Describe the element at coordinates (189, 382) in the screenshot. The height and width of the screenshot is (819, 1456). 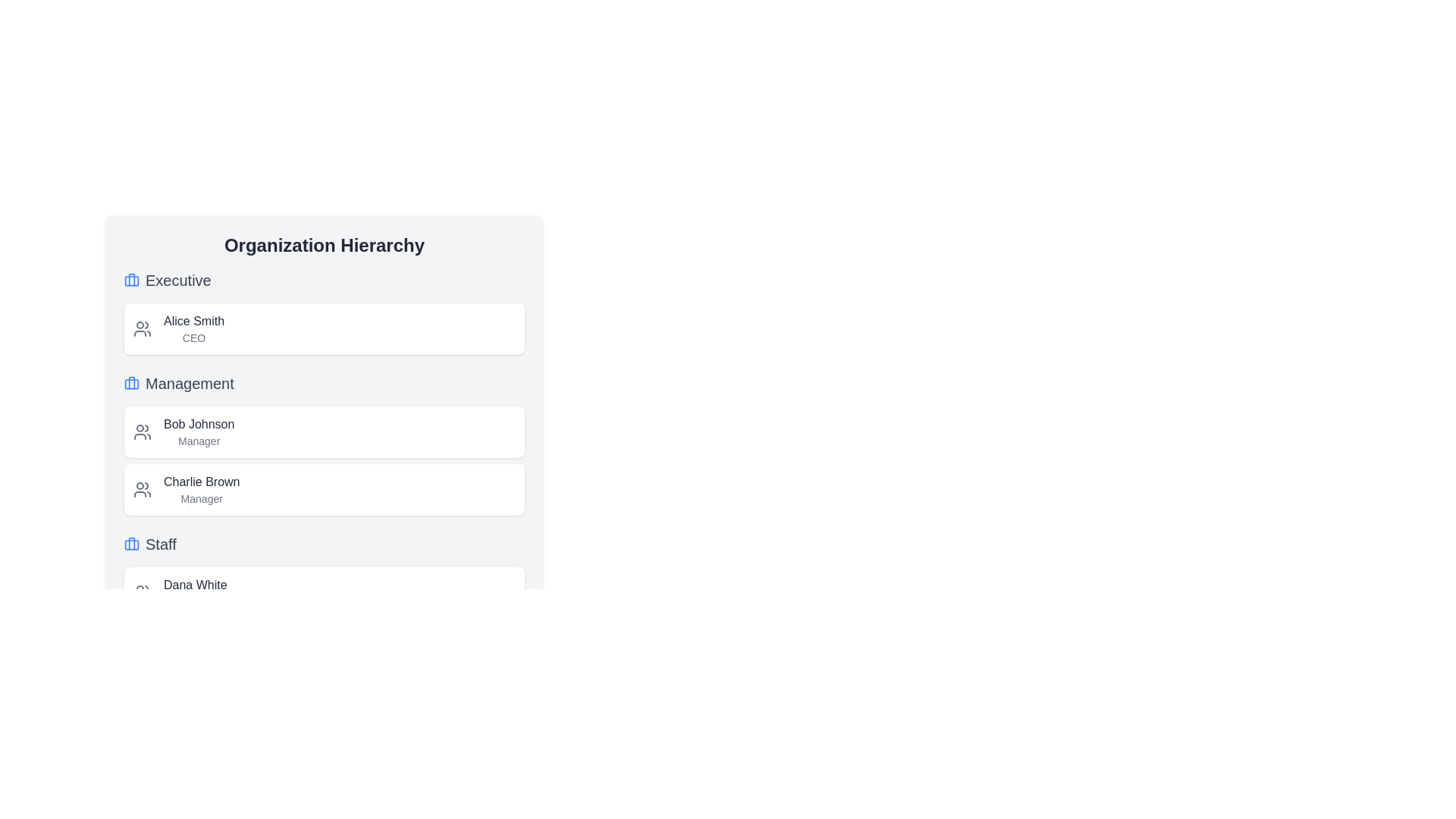
I see `text label displaying 'Management' which is centrally aligned below the 'Executive' label and next to a blue icon` at that location.